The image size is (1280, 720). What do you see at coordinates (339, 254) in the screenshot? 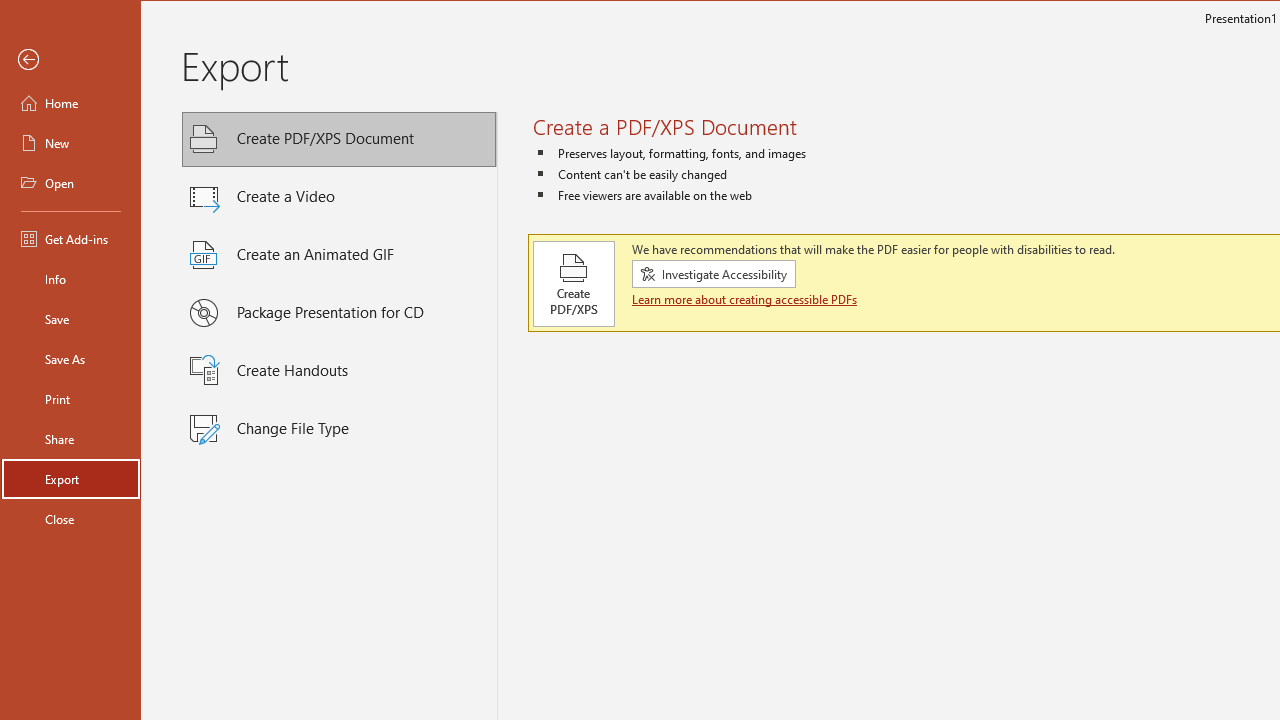
I see `'Create an Animated GIF'` at bounding box center [339, 254].